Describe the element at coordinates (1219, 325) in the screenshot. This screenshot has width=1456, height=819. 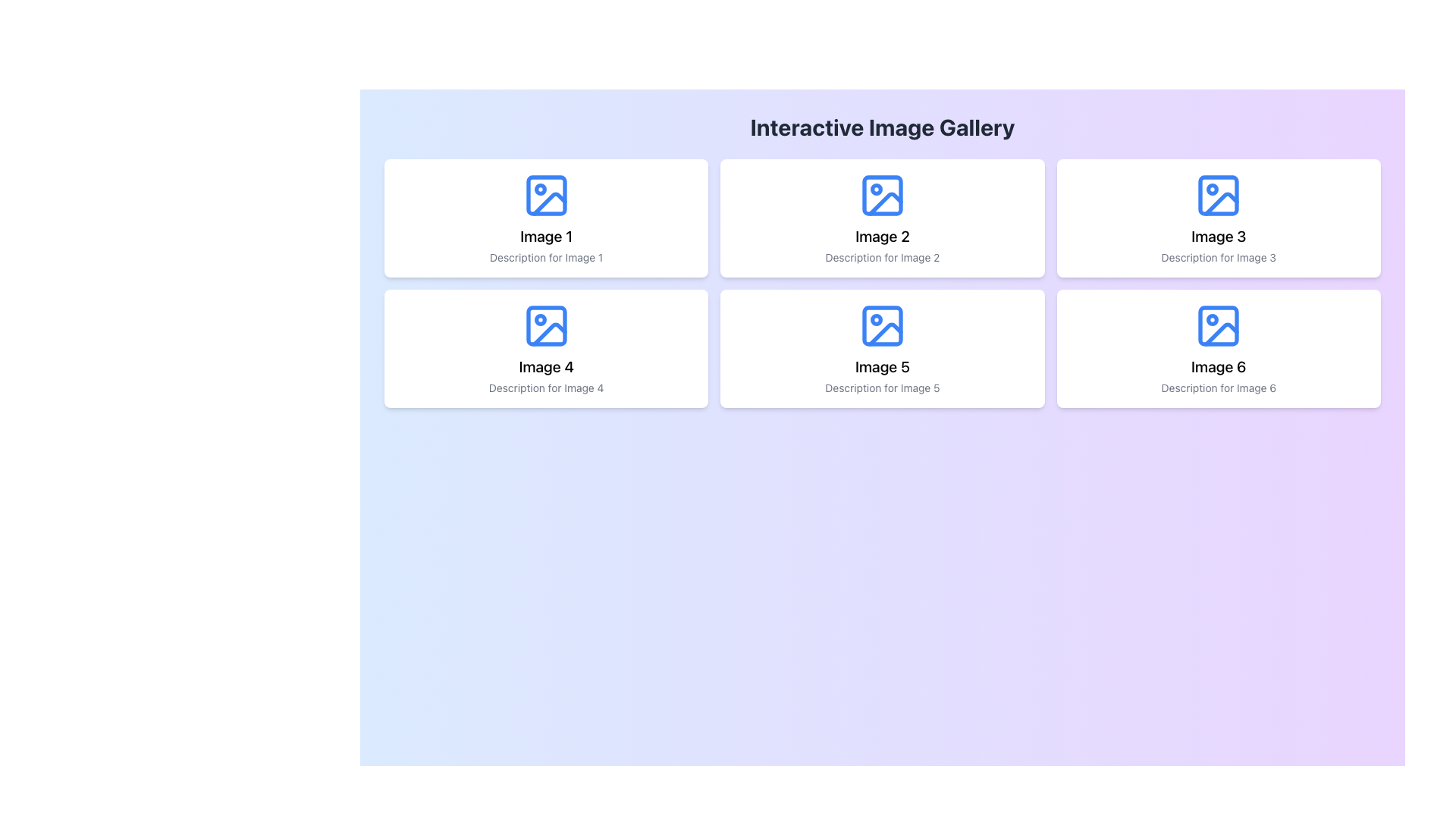
I see `the SVG-based icon representing an image in blue color with outlined shapes, located in the second row, third column of the interactive image gallery grid, above 'Description for Image 6'` at that location.